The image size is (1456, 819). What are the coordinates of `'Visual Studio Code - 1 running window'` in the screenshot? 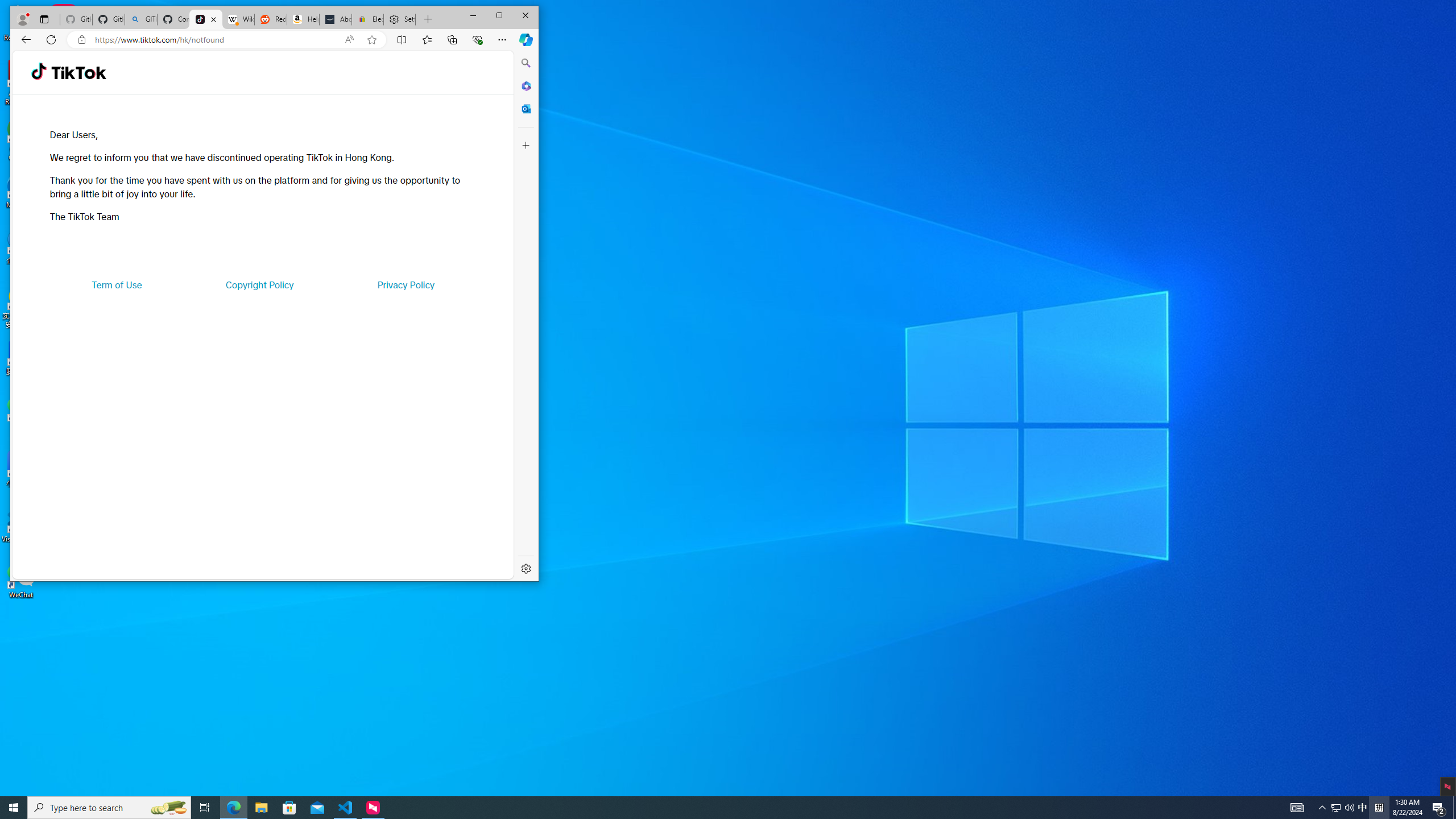 It's located at (345, 806).